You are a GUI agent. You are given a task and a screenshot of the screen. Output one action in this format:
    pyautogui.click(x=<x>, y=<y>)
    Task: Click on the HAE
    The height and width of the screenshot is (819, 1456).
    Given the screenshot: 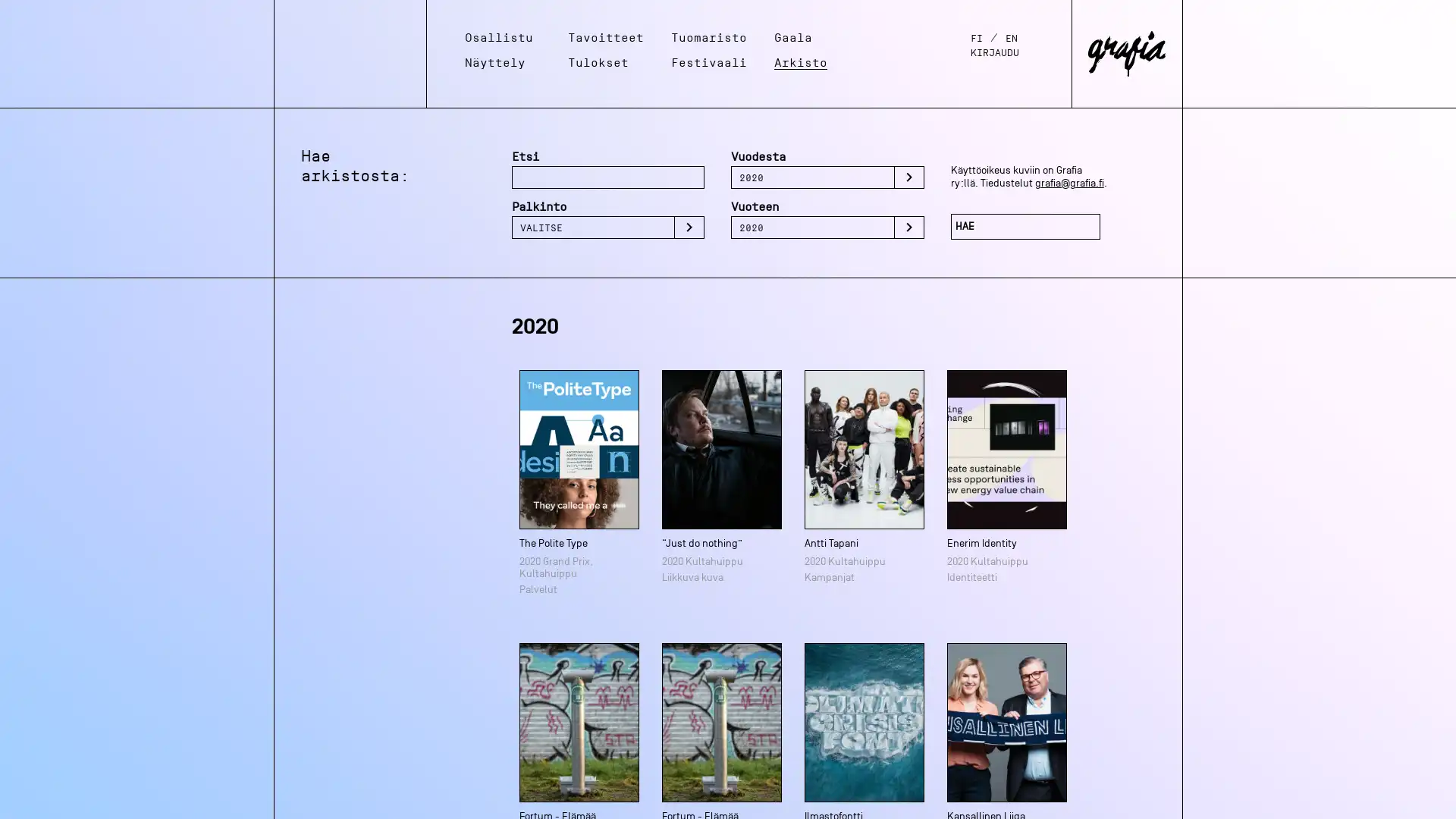 What is the action you would take?
    pyautogui.click(x=1025, y=227)
    